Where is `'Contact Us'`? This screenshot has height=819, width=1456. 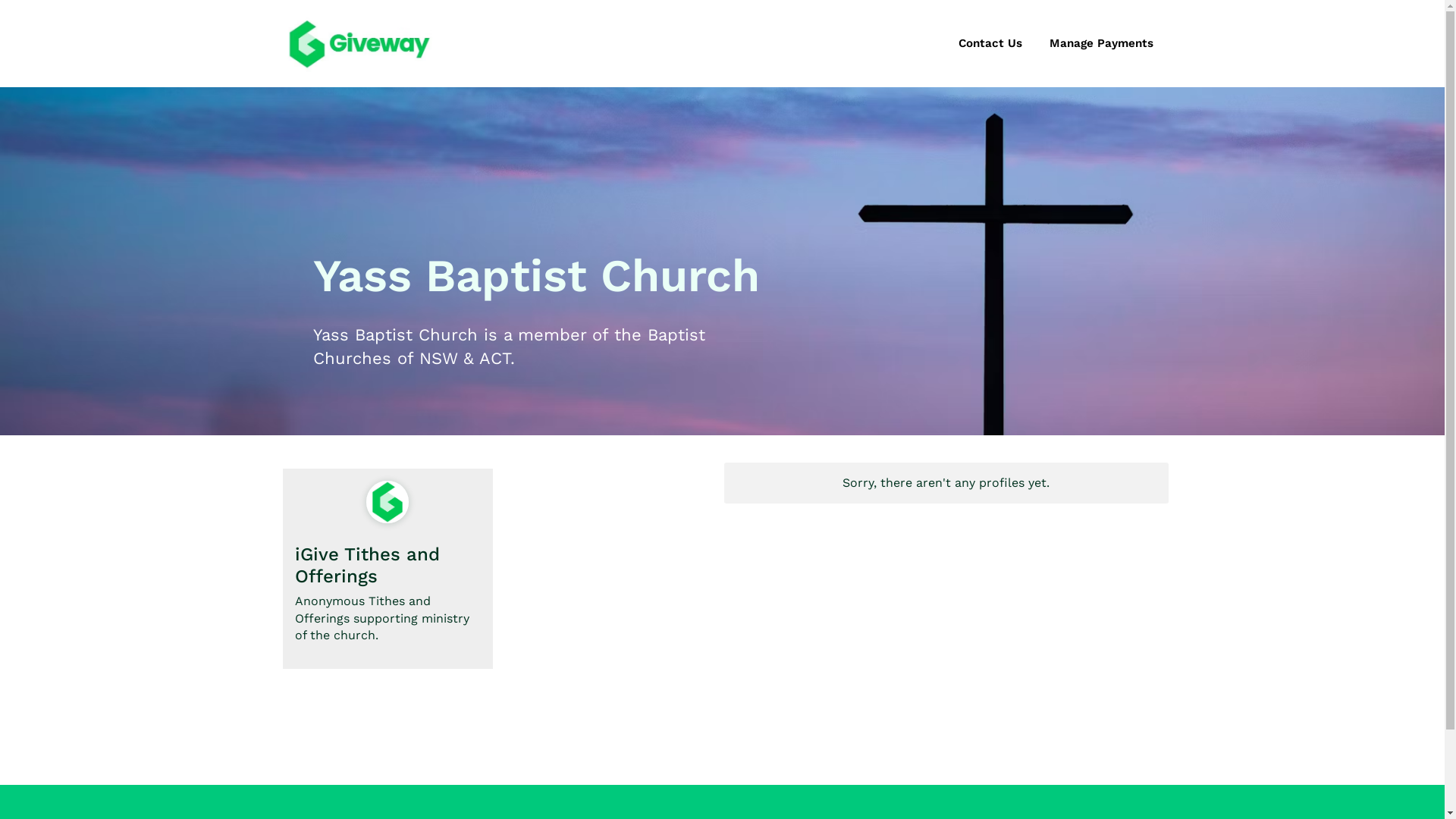 'Contact Us' is located at coordinates (990, 42).